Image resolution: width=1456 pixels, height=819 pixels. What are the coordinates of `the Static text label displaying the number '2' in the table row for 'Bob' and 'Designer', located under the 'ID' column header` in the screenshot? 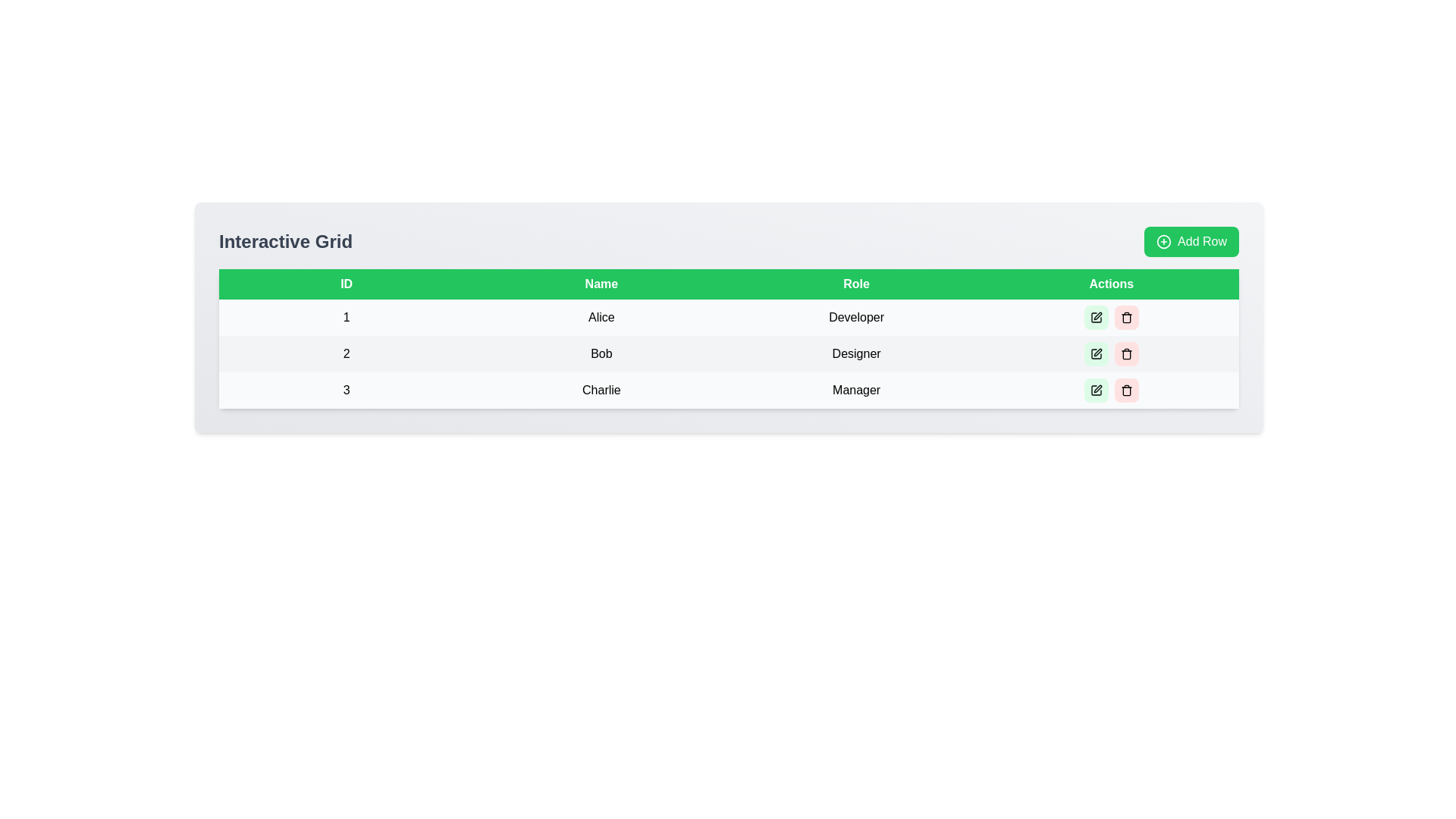 It's located at (346, 353).